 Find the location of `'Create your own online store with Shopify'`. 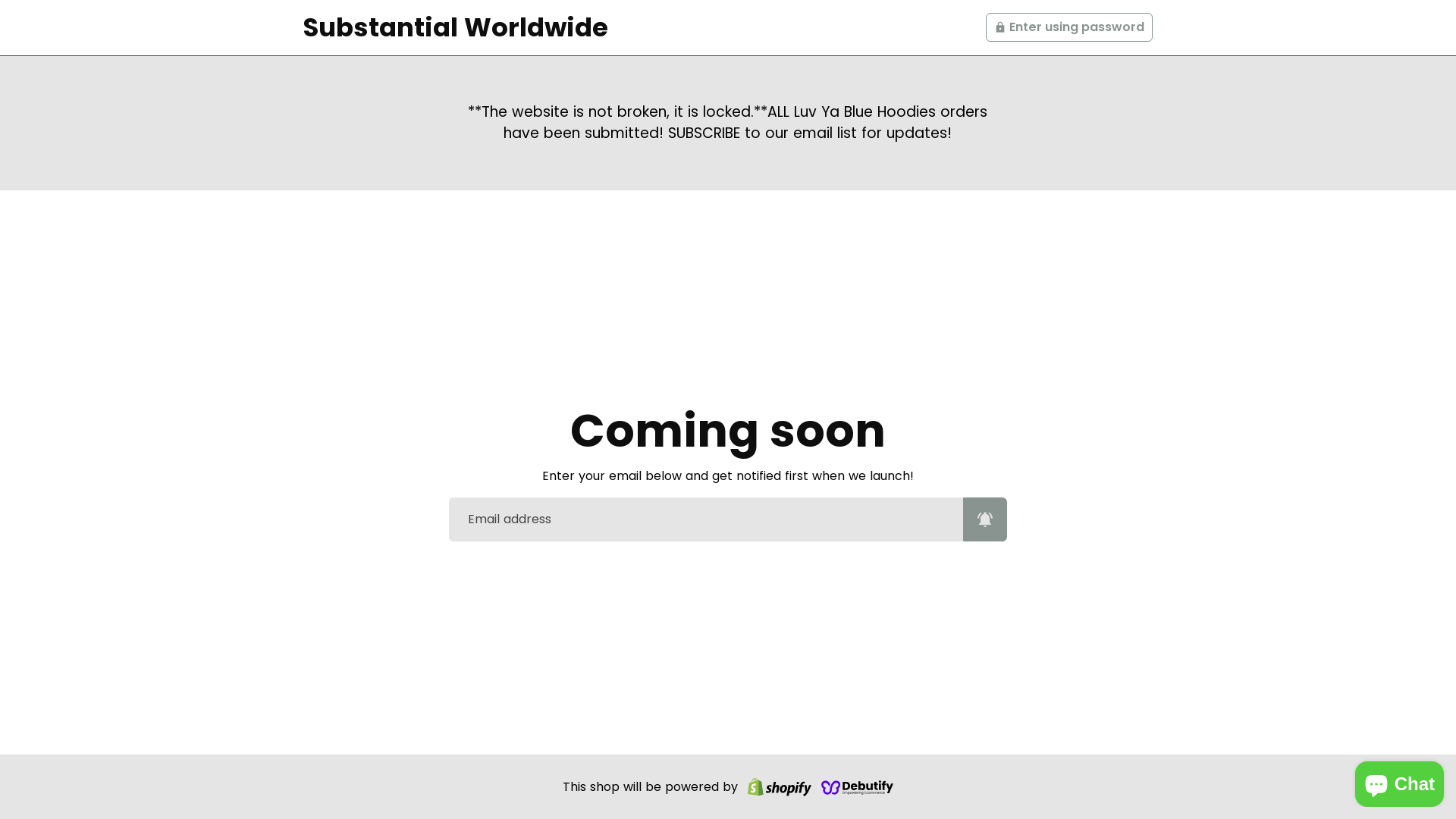

'Create your own online store with Shopify' is located at coordinates (779, 786).